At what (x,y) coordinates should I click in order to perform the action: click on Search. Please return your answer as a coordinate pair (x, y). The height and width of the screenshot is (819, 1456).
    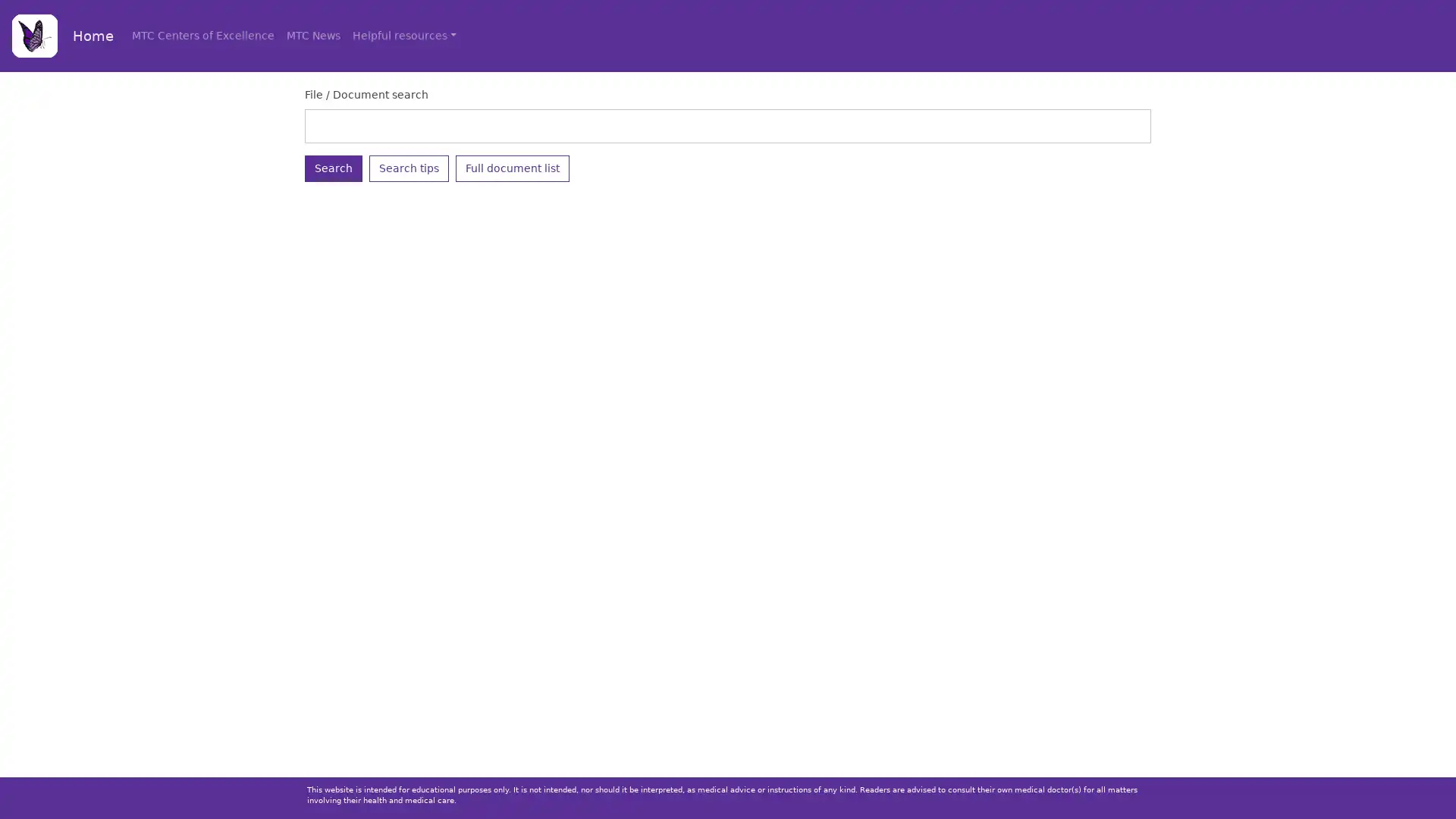
    Looking at the image, I should click on (333, 168).